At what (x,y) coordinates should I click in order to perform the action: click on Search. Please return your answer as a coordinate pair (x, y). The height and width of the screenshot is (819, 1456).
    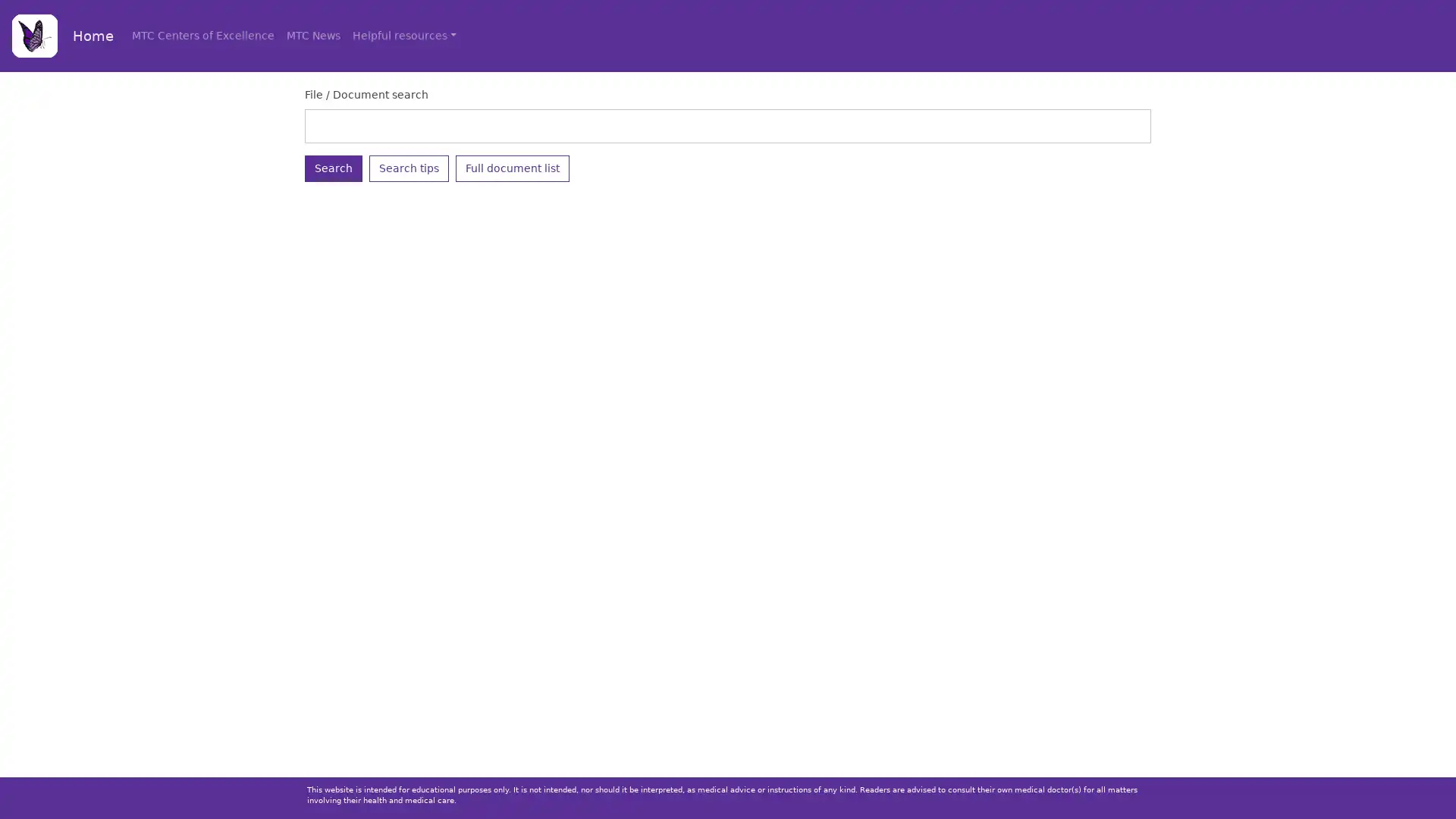
    Looking at the image, I should click on (333, 168).